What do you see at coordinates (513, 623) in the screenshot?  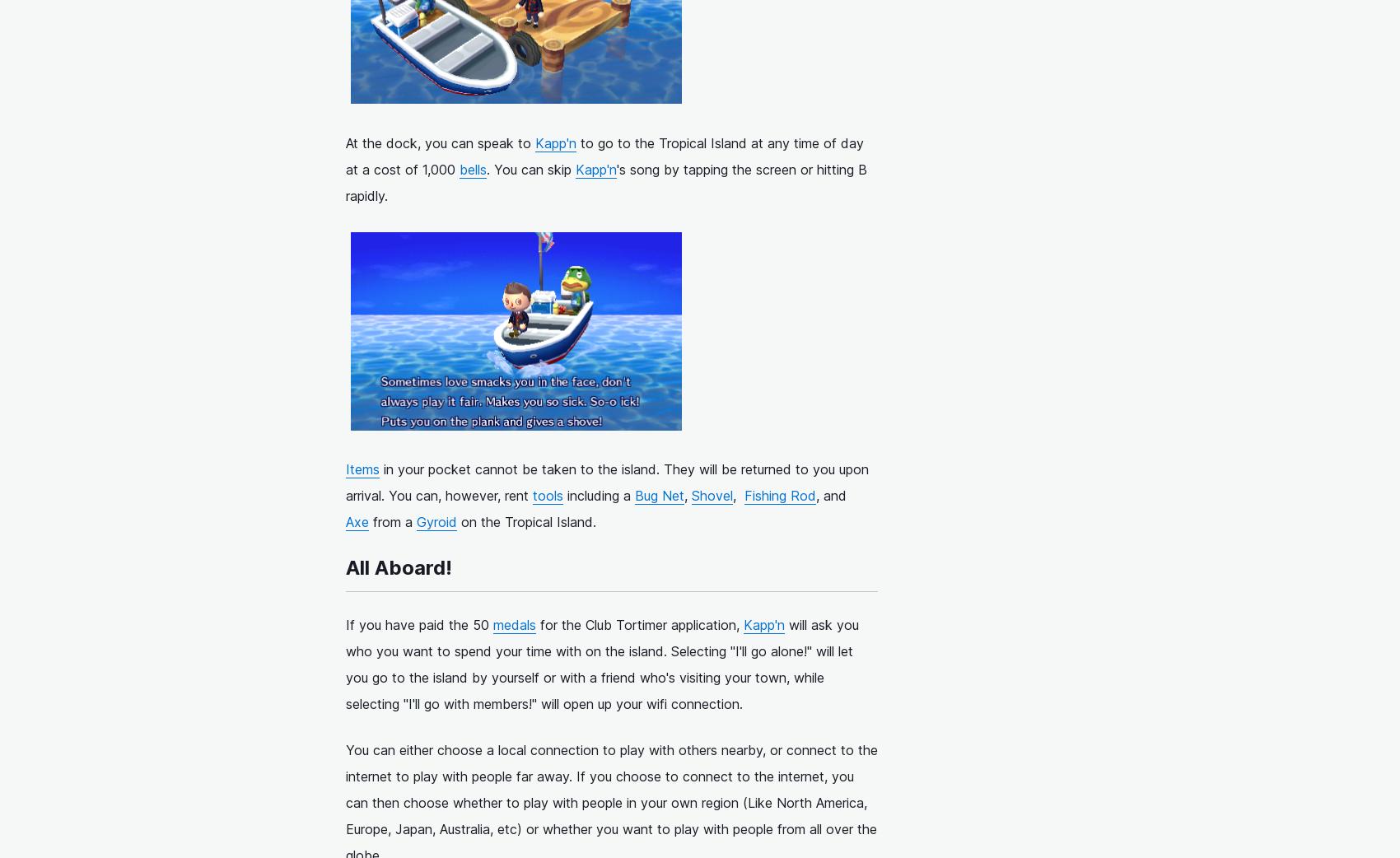 I see `'medals'` at bounding box center [513, 623].